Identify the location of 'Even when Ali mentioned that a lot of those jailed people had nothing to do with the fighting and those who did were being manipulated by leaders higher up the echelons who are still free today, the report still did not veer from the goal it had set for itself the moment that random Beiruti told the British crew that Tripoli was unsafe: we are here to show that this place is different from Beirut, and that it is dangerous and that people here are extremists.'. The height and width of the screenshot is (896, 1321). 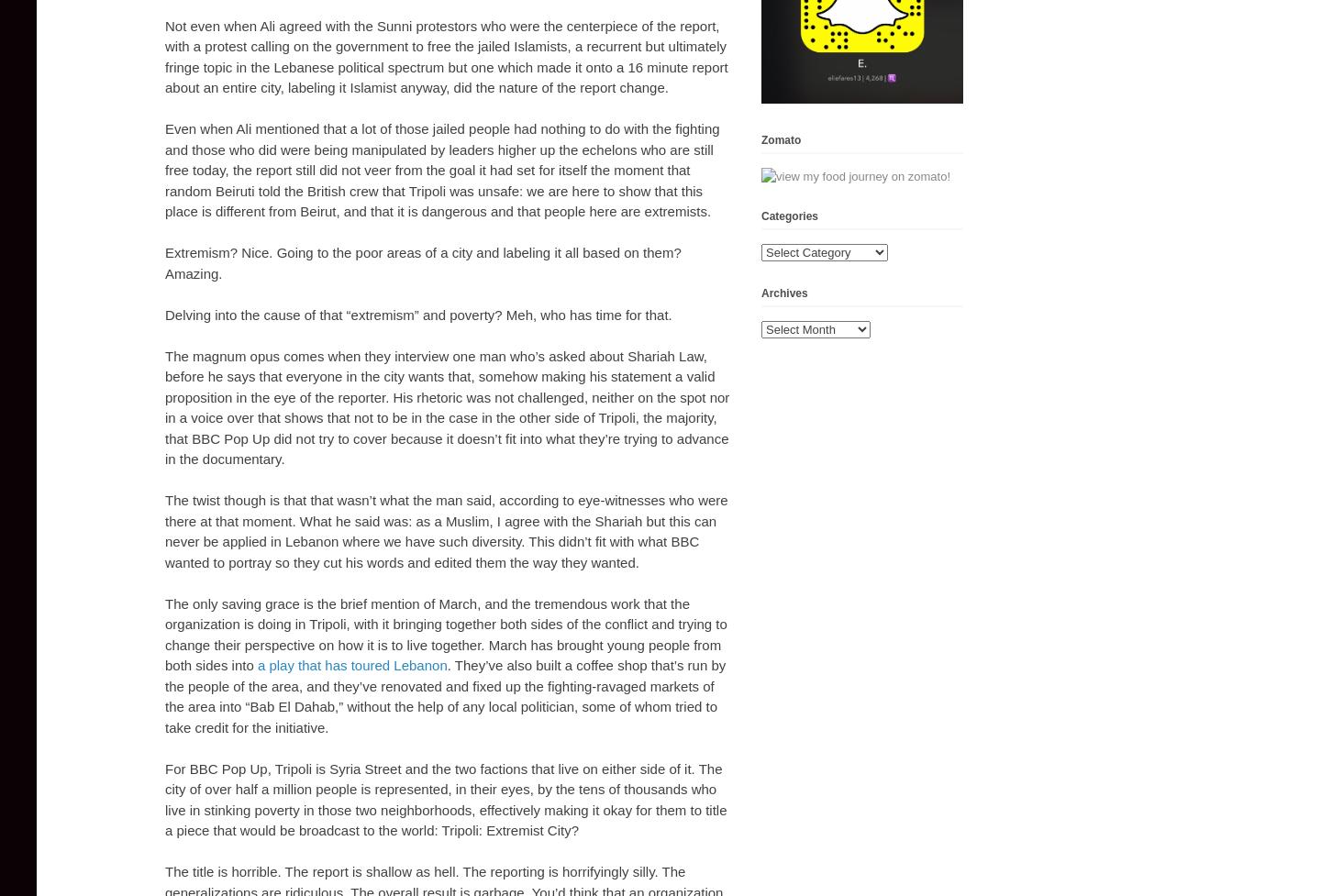
(440, 169).